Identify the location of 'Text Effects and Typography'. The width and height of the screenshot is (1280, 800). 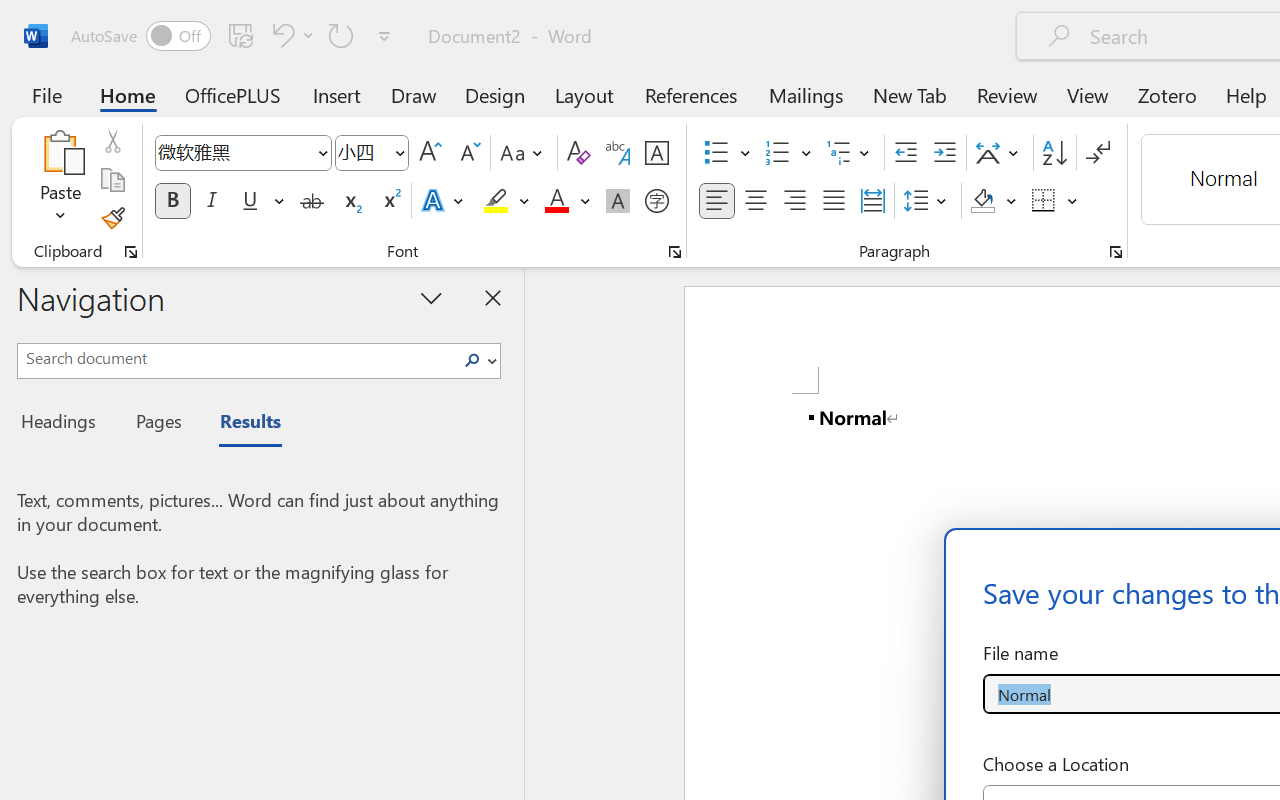
(443, 201).